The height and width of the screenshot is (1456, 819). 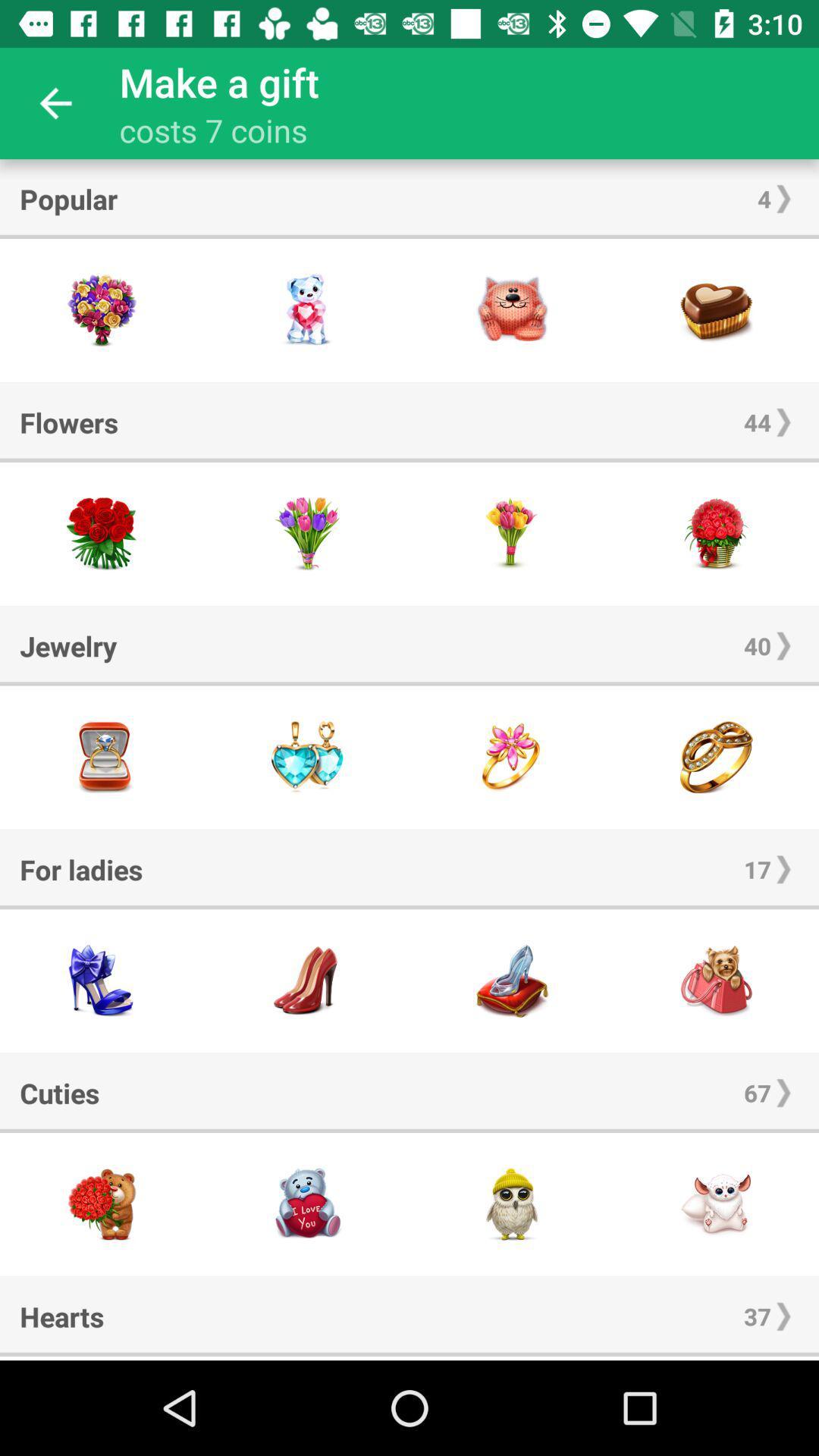 I want to click on the app to the left of the make a gift app, so click(x=55, y=102).